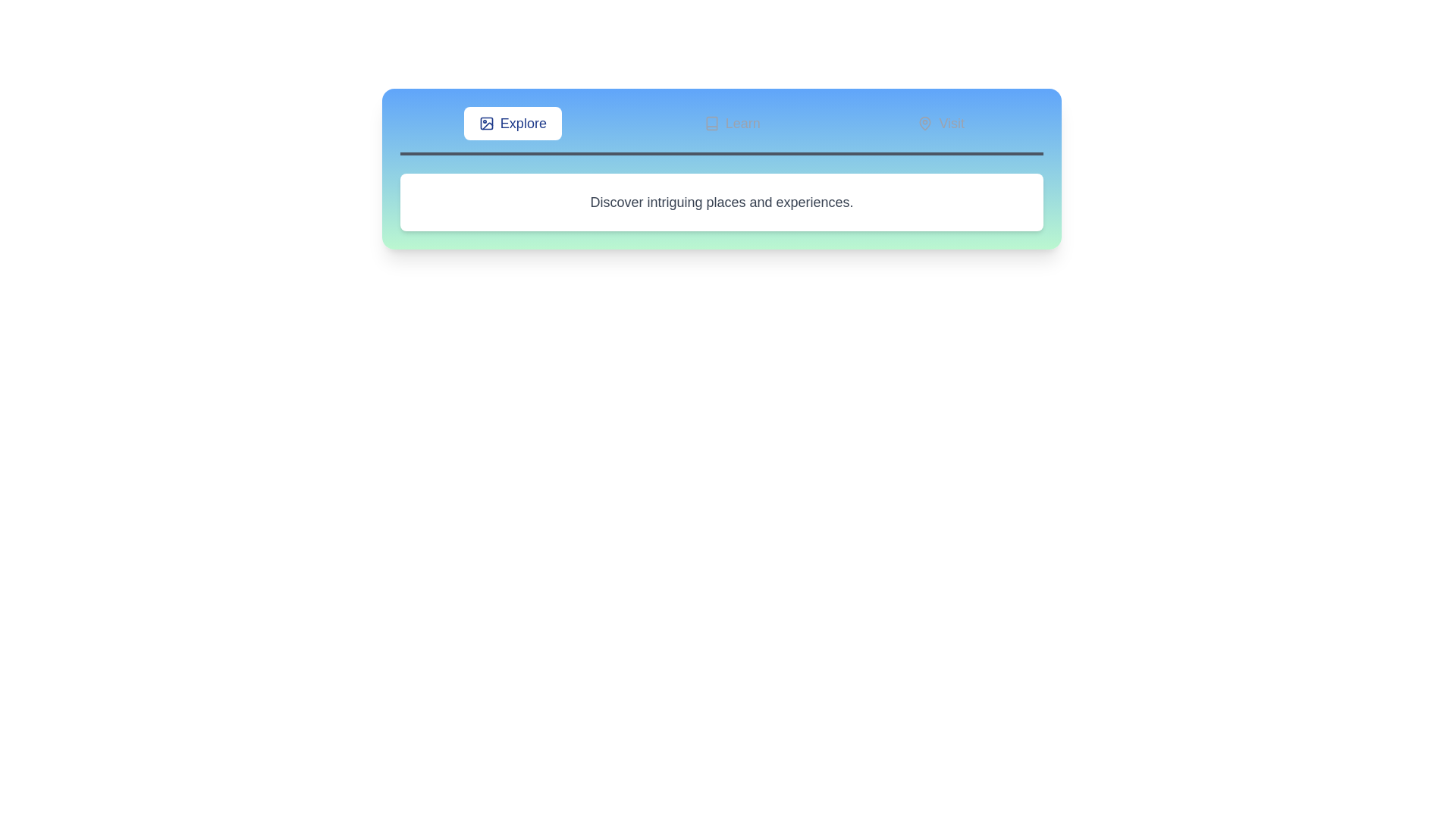  What do you see at coordinates (924, 122) in the screenshot?
I see `the appearance of the pin-shaped icon located within the 'Visit' button area on the top-right side of the horizontal menu bar` at bounding box center [924, 122].